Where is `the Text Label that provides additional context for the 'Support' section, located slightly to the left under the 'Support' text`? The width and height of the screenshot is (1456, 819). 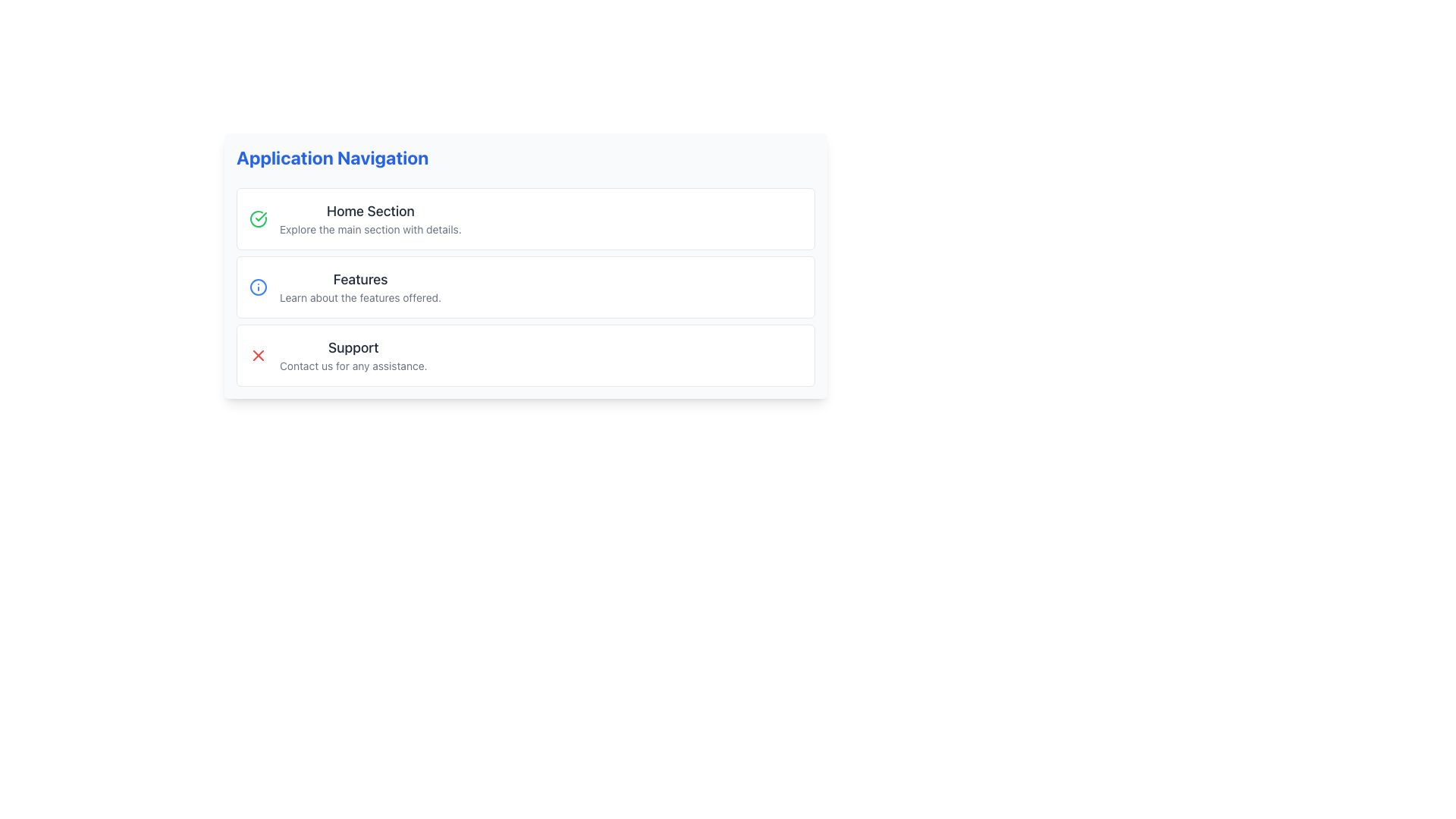
the Text Label that provides additional context for the 'Support' section, located slightly to the left under the 'Support' text is located at coordinates (353, 366).